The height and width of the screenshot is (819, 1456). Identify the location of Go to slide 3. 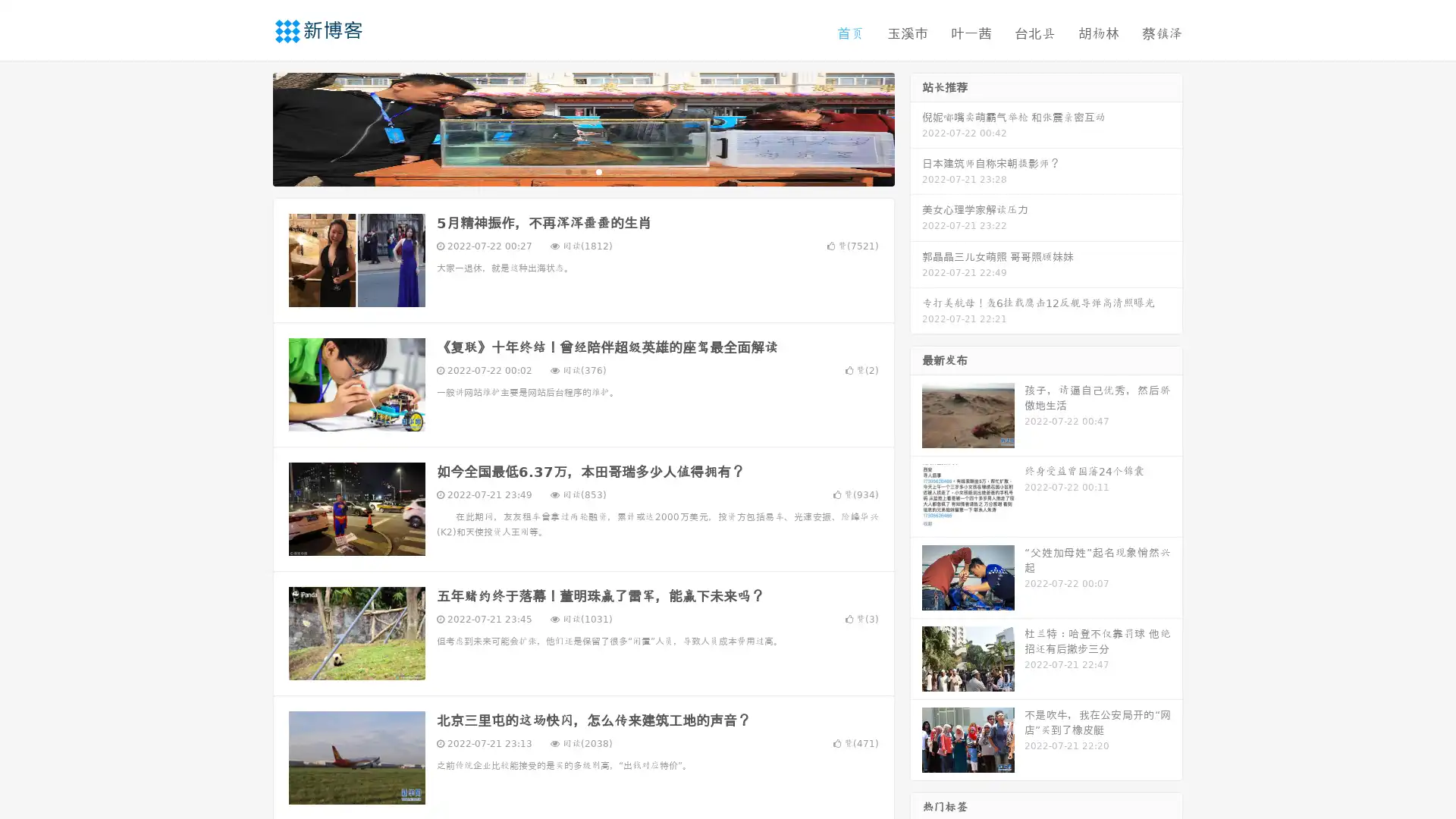
(598, 171).